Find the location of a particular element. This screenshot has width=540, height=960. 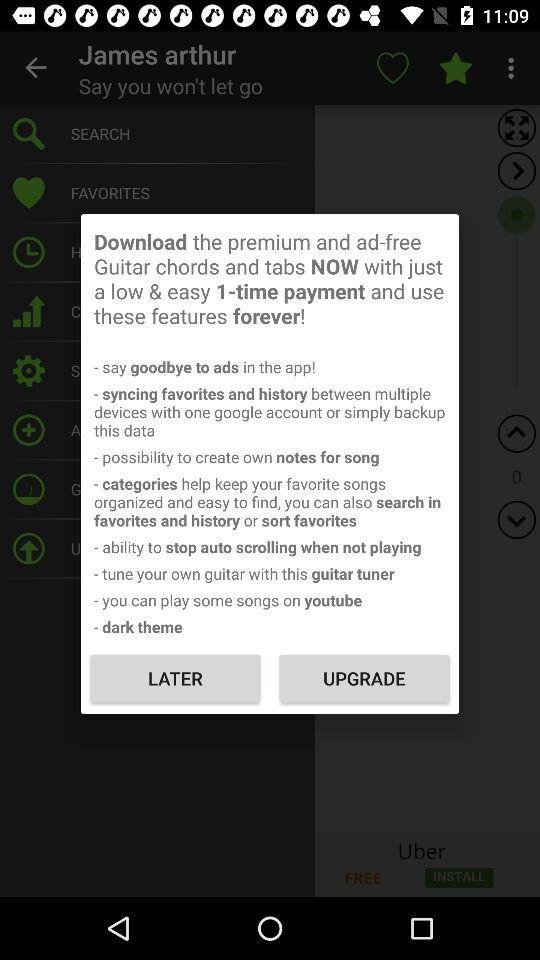

the upgrade is located at coordinates (363, 678).